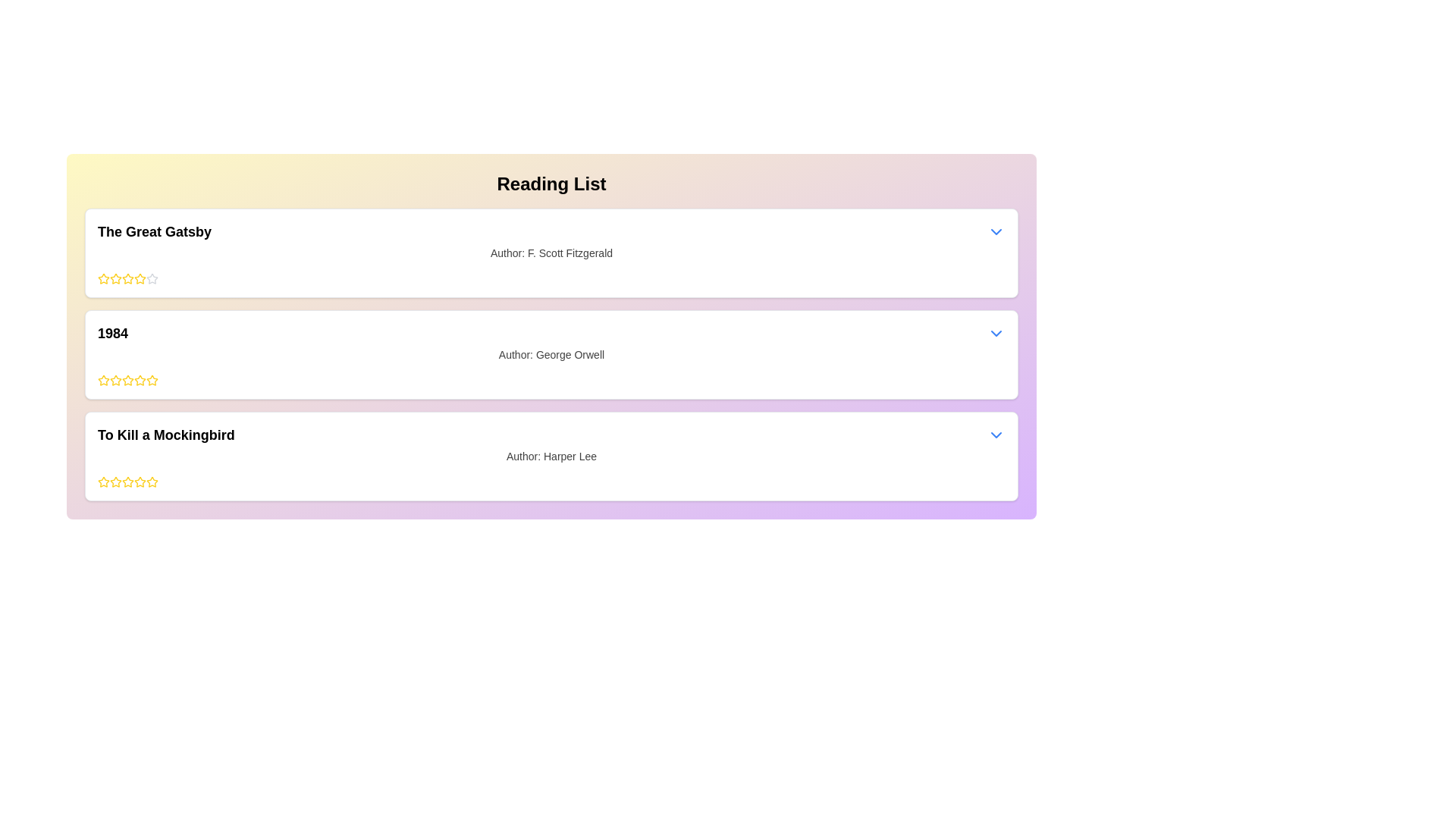 The image size is (1456, 819). Describe the element at coordinates (152, 379) in the screenshot. I see `the second rating star icon for the book '1984'` at that location.